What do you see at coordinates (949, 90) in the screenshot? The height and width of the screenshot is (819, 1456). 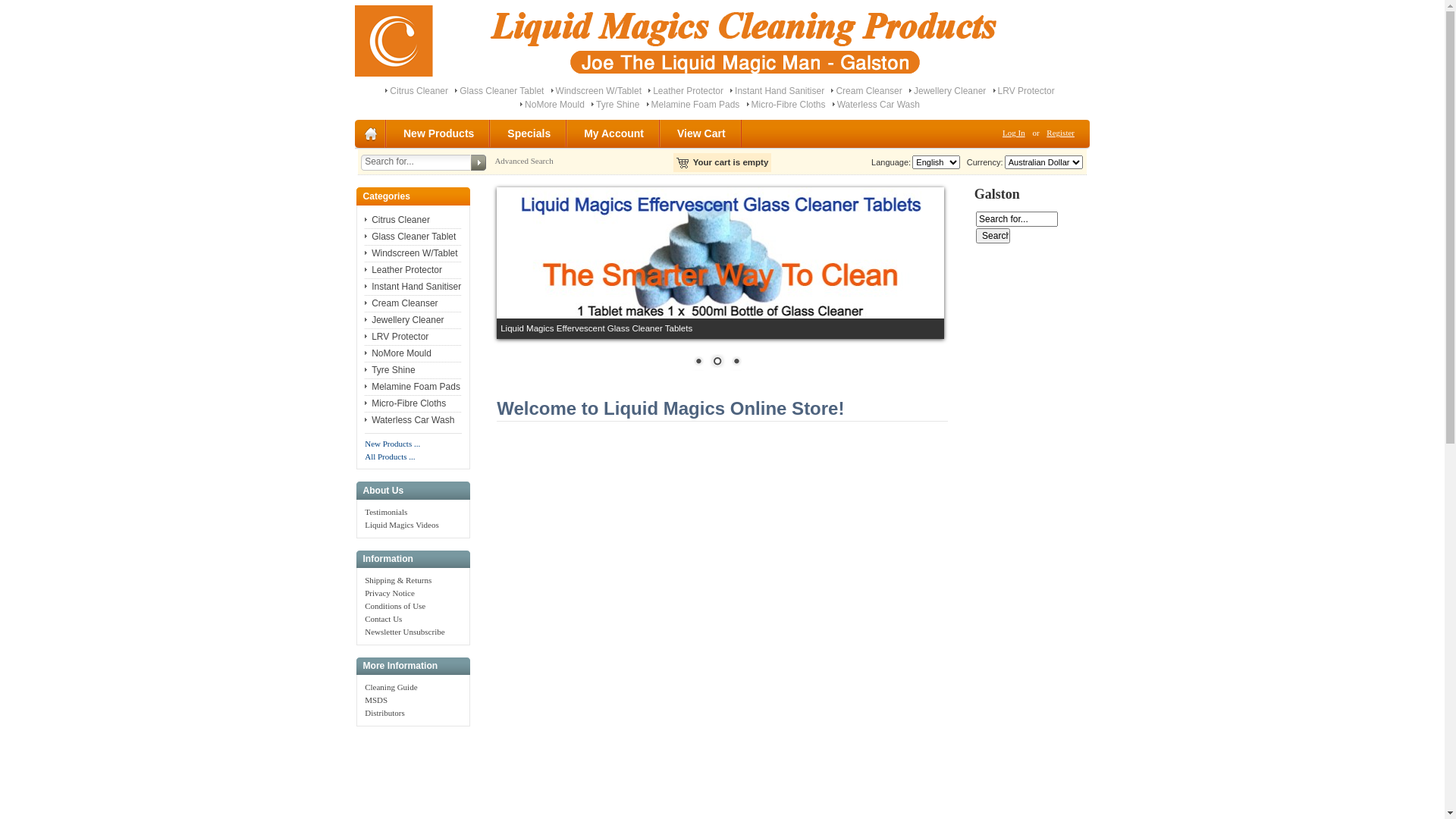 I see `'Jewellery Cleaner'` at bounding box center [949, 90].